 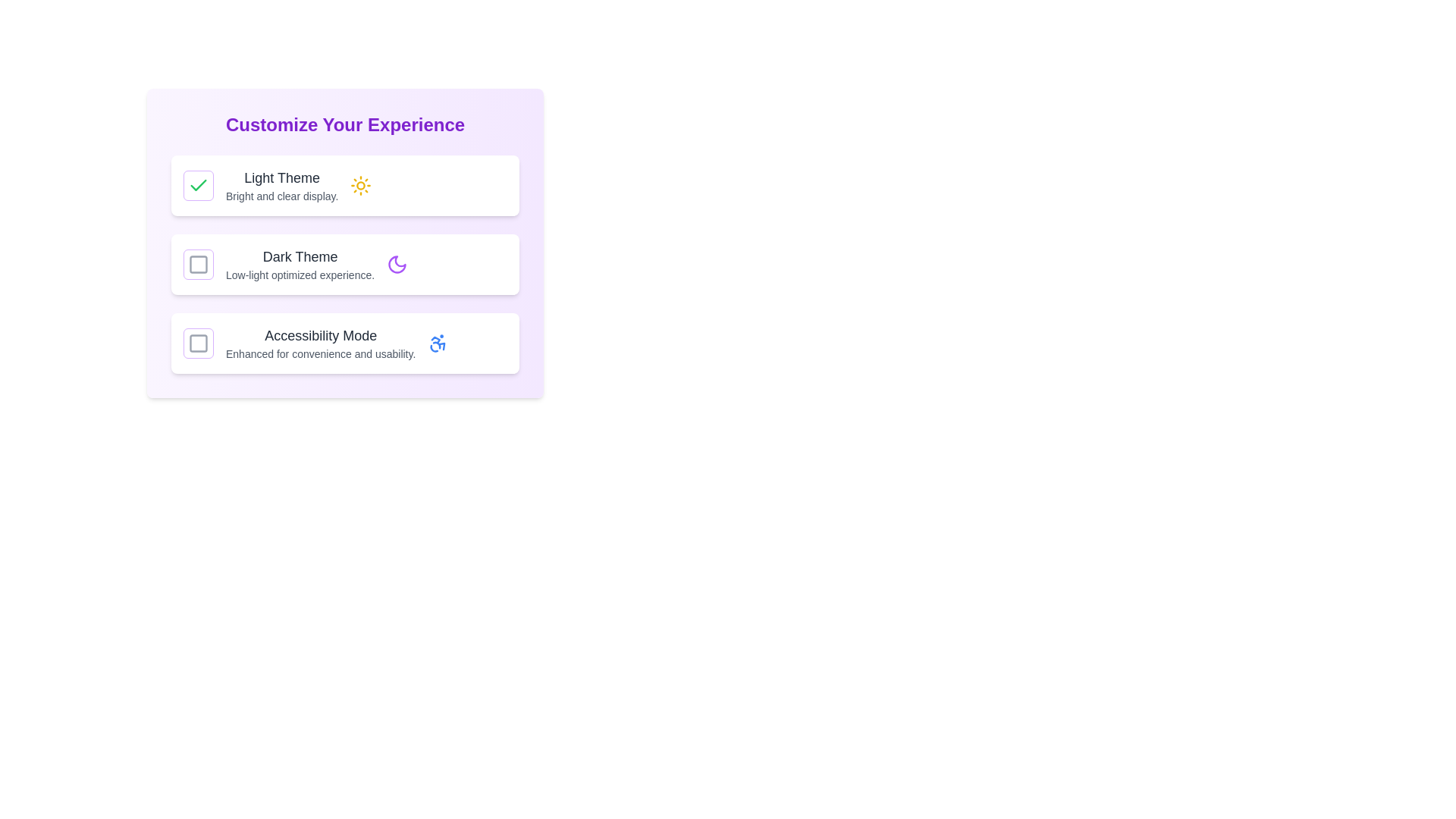 What do you see at coordinates (320, 353) in the screenshot?
I see `the text label that reads 'Enhanced for convenience and usability.' positioned below the 'Accessibility Mode' header in the third card component` at bounding box center [320, 353].